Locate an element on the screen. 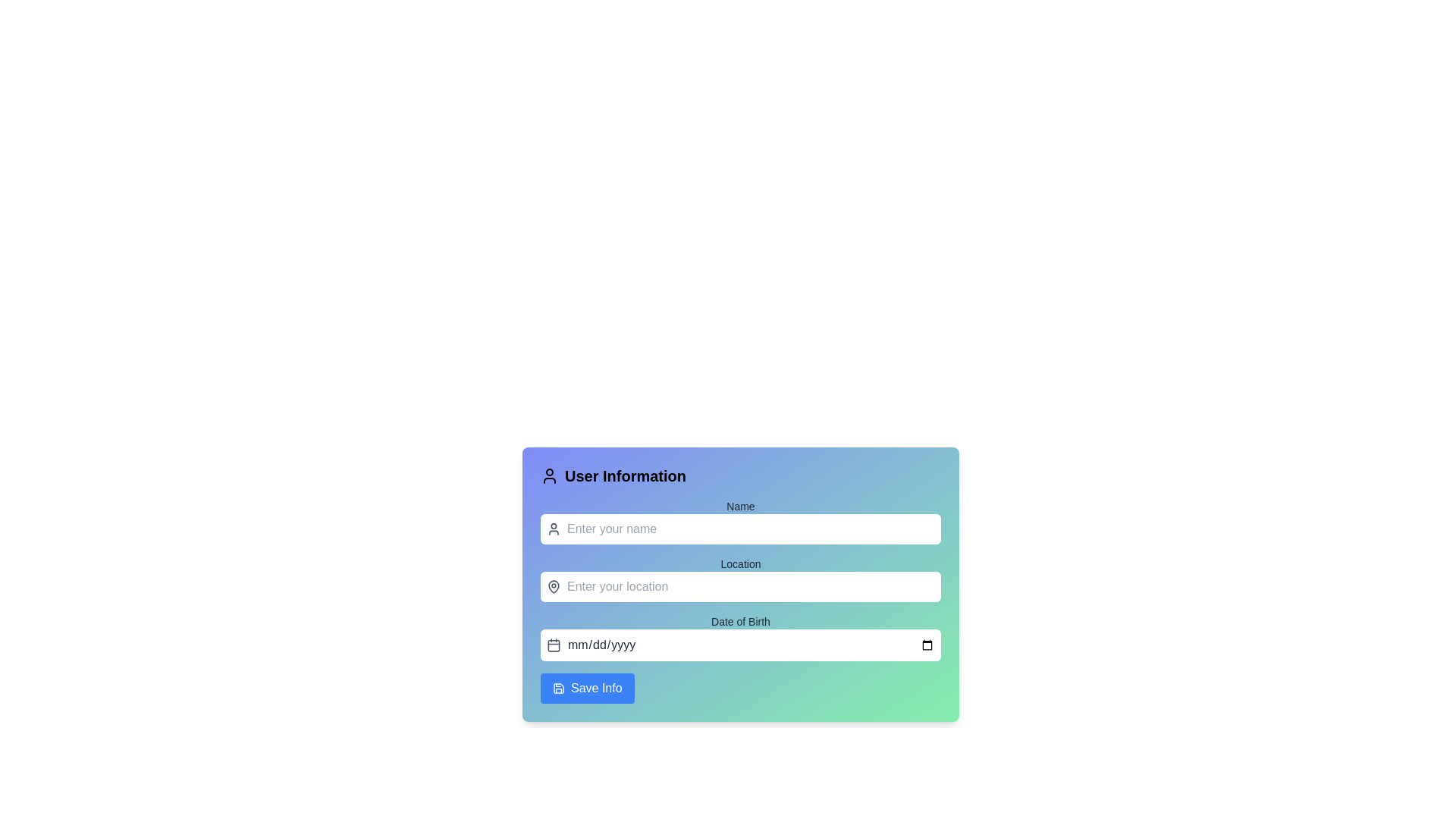 The width and height of the screenshot is (1456, 819). the calendar icon representing the date field in the 'Date of Birth' section of the form is located at coordinates (553, 645).